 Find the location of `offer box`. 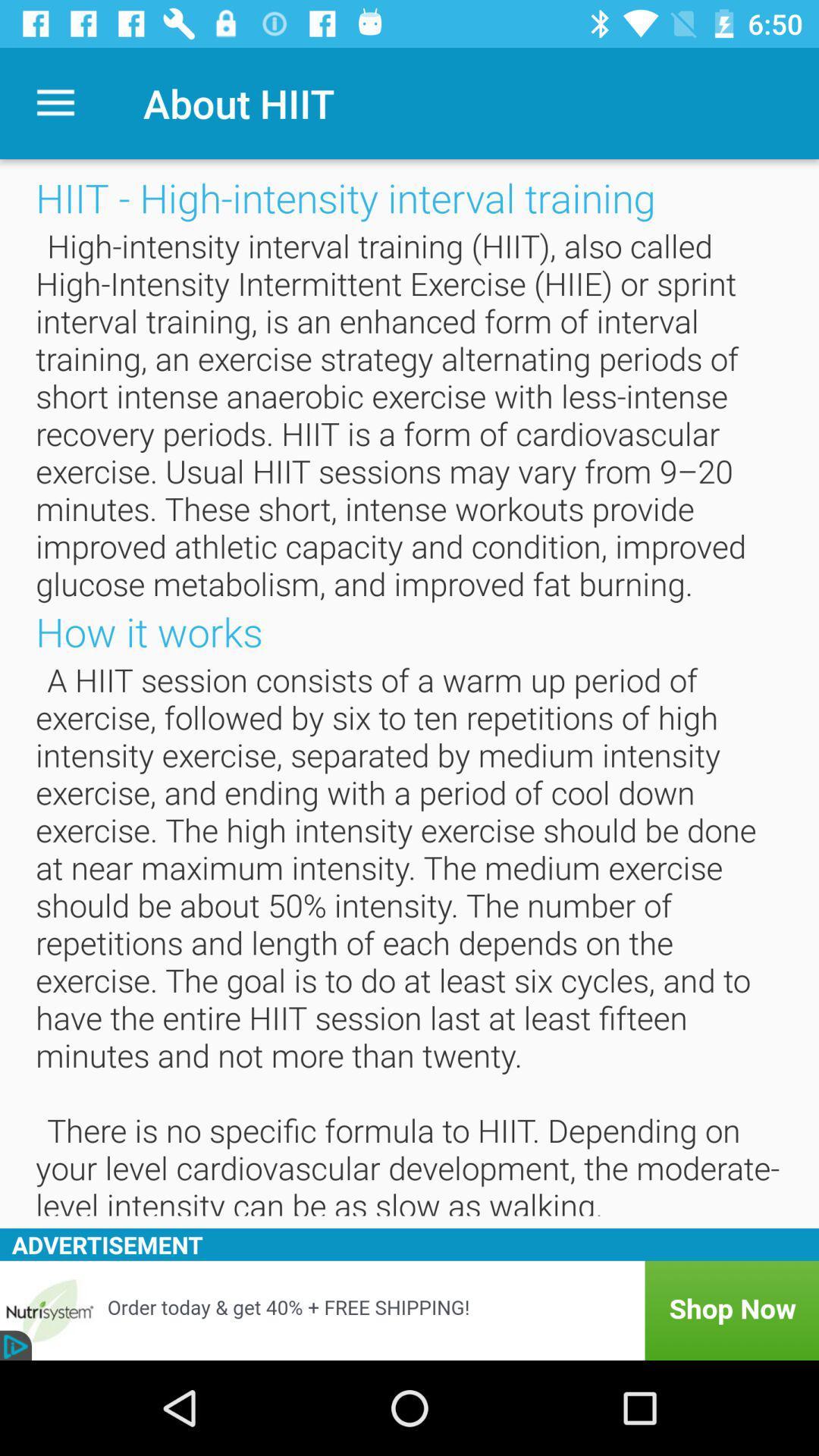

offer box is located at coordinates (409, 1310).